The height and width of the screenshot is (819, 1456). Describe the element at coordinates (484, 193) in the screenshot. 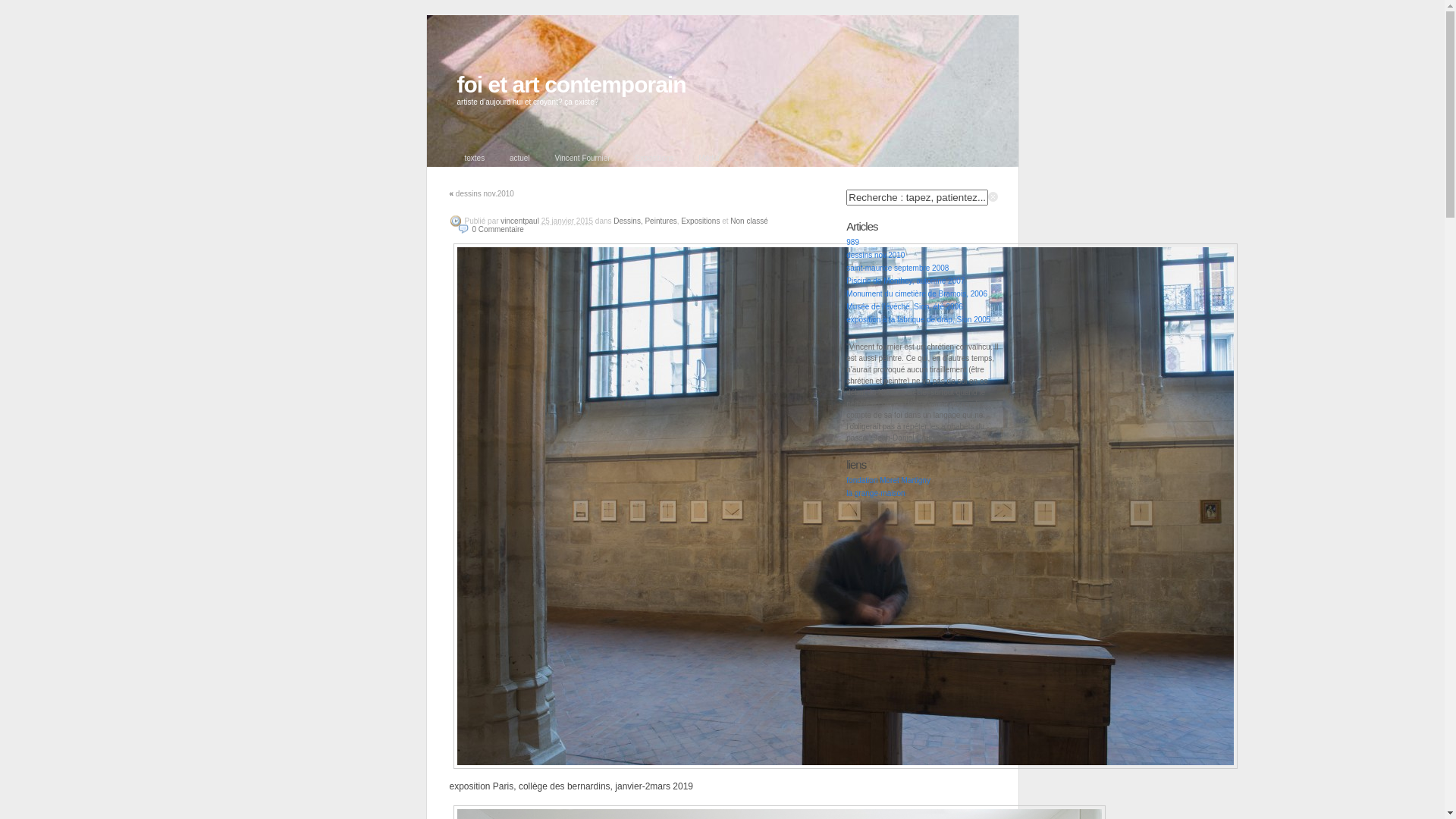

I see `'dessins nov.2010'` at that location.